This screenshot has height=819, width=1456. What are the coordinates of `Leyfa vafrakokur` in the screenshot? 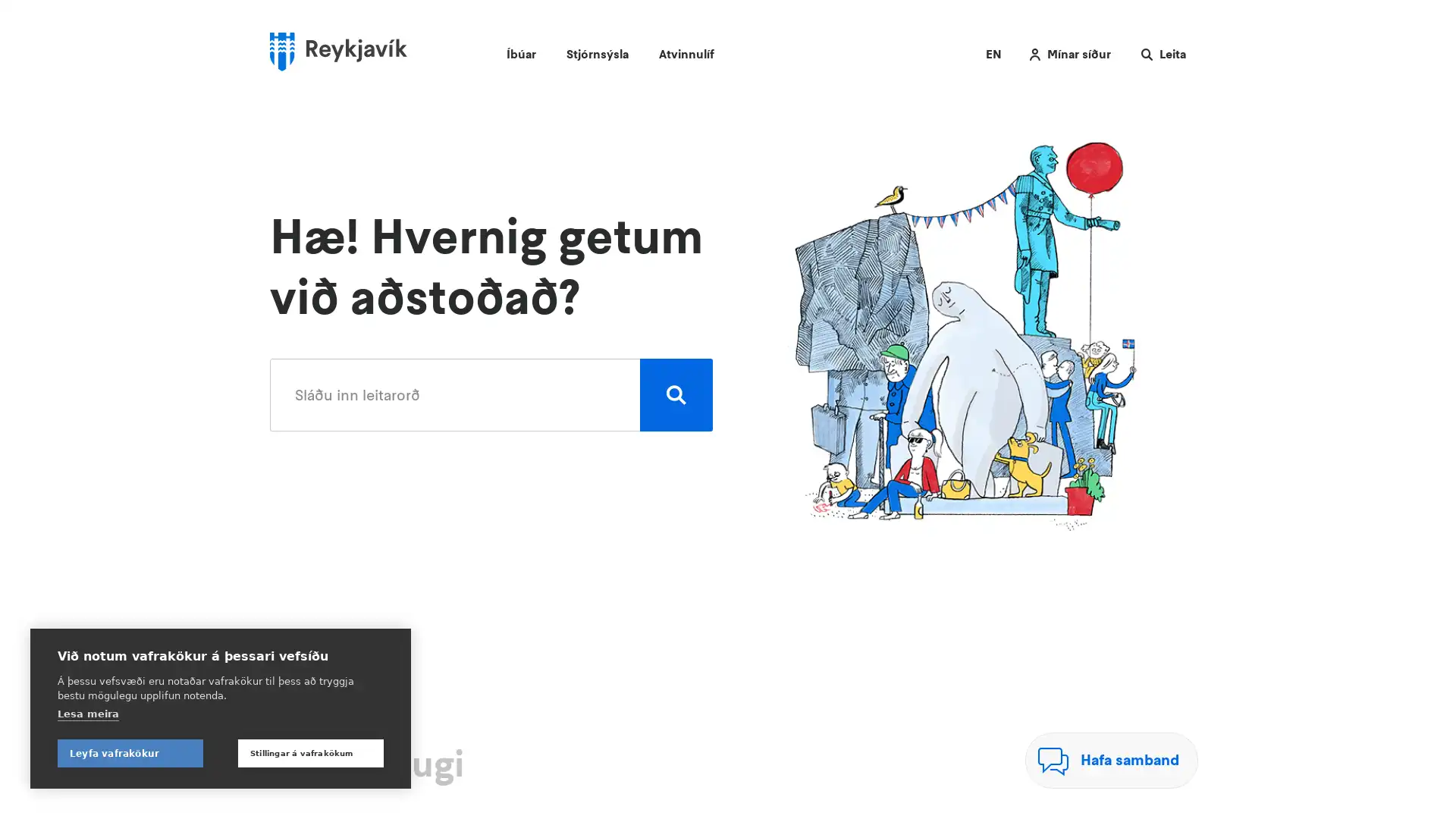 It's located at (130, 753).